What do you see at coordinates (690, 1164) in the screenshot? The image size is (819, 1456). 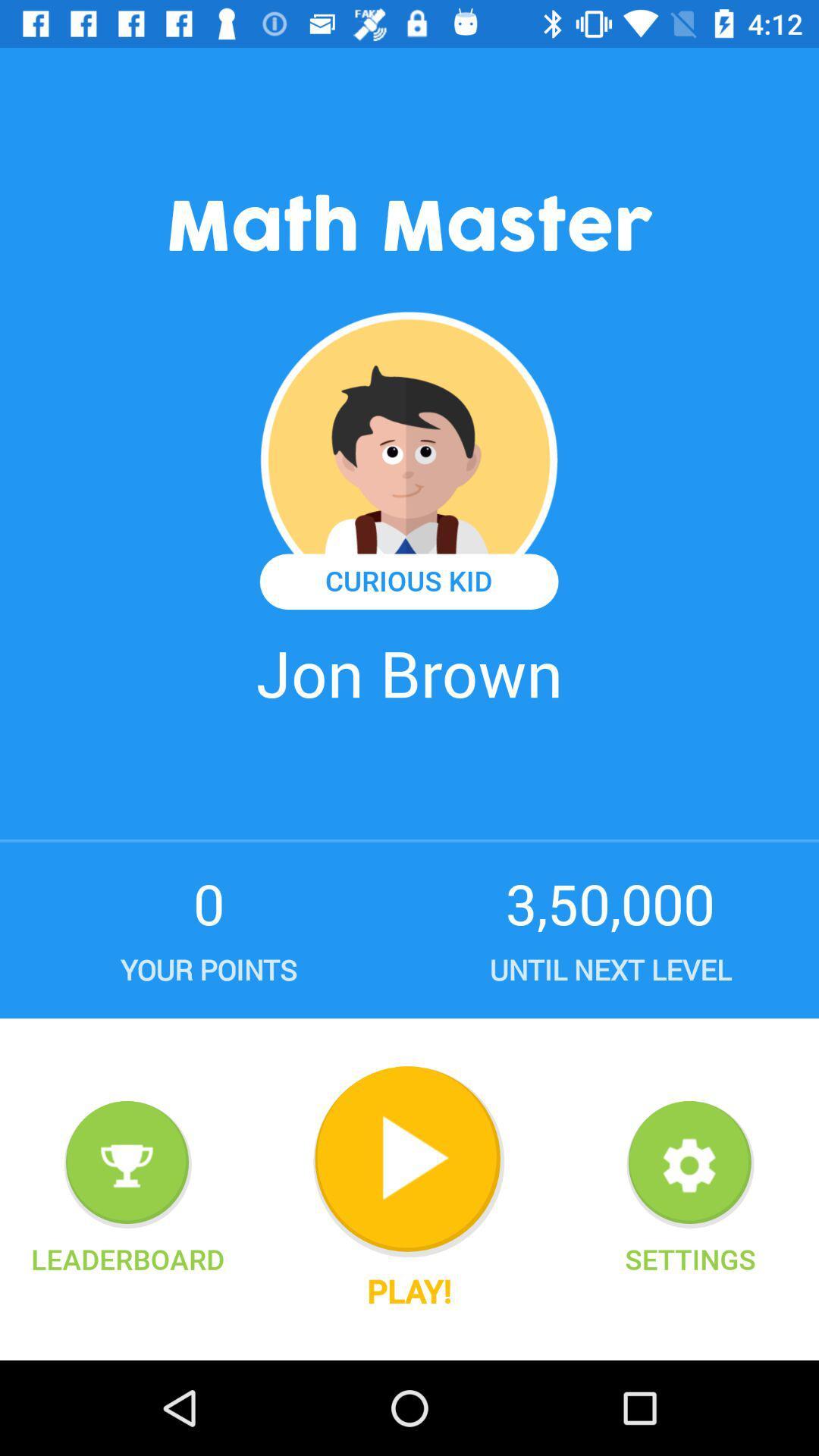 I see `icon above the settings icon` at bounding box center [690, 1164].